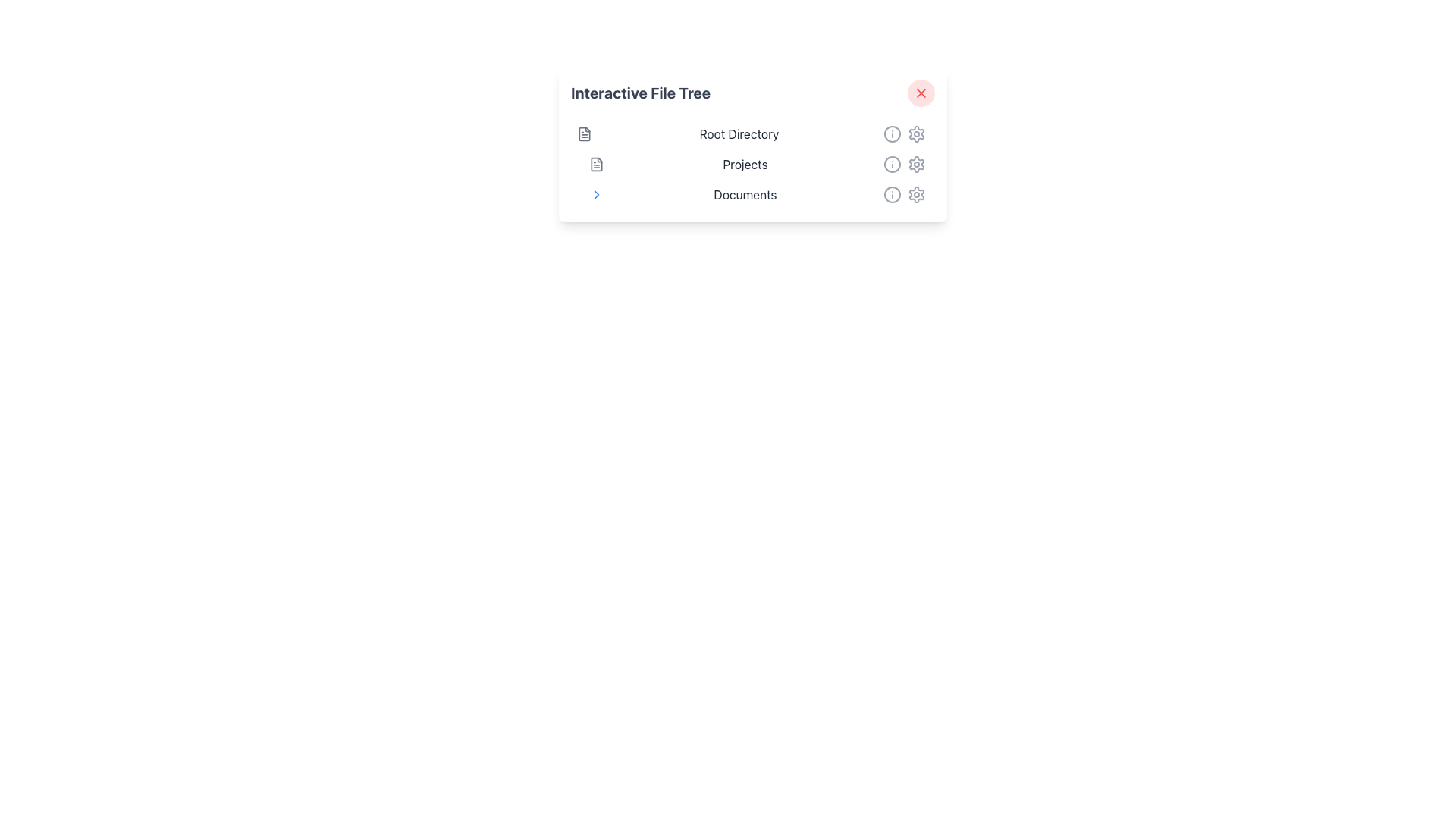 The image size is (1456, 819). Describe the element at coordinates (916, 133) in the screenshot. I see `the icon button that provides access to settings or configuration options related to the 'Root Directory' entry, located to the far right of the 'Root Directory' list item` at that location.